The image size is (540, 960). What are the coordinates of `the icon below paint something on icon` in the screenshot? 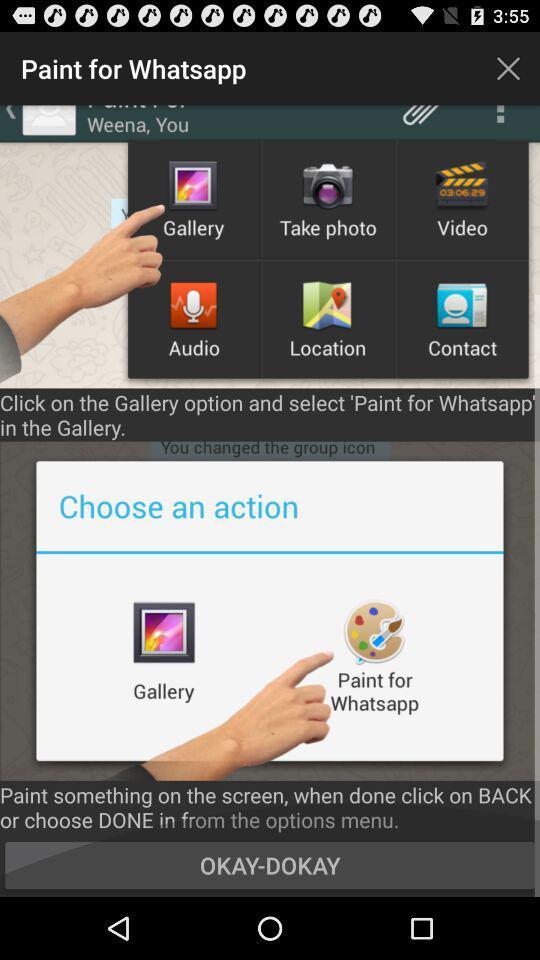 It's located at (270, 864).